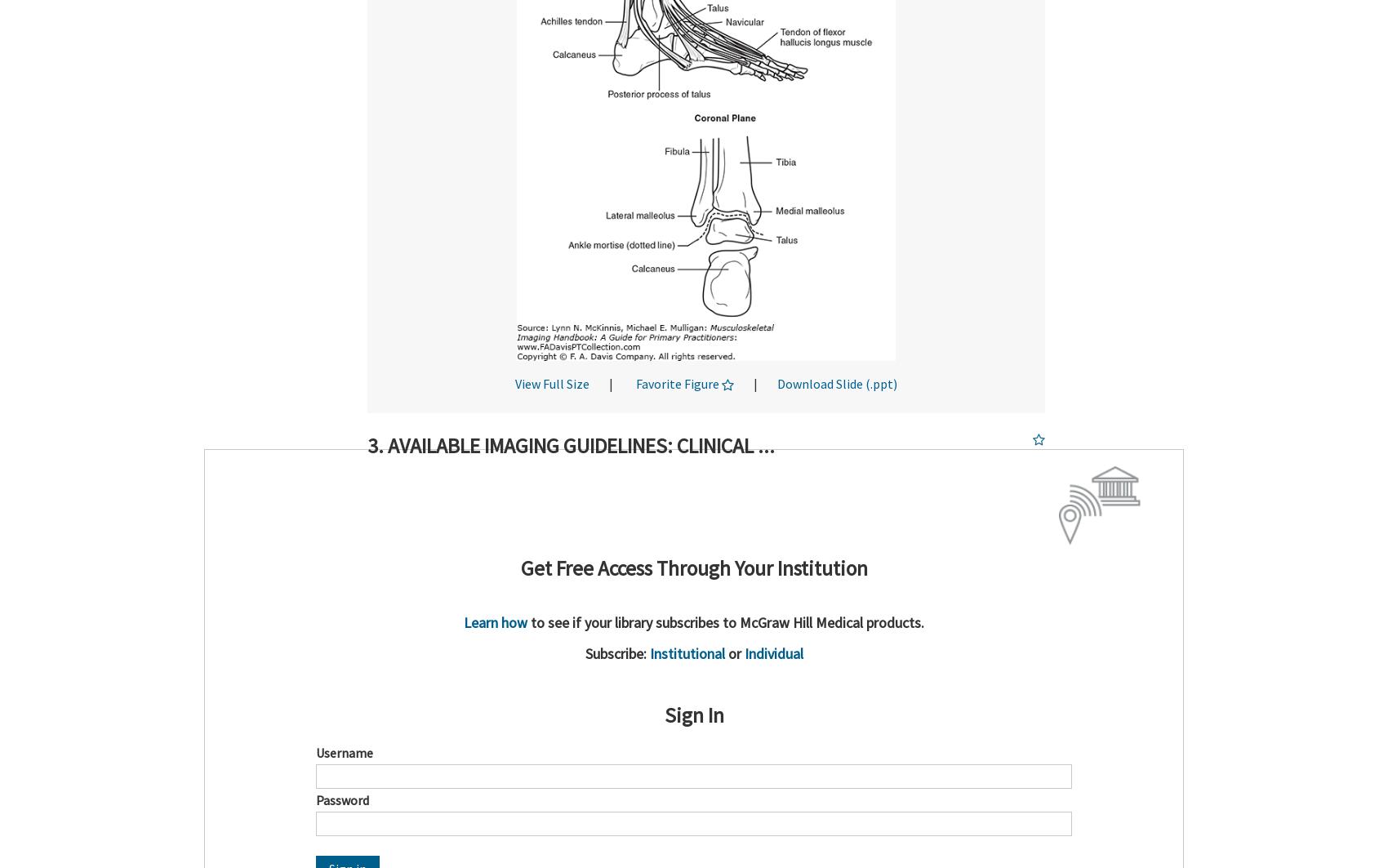 This screenshot has width=1388, height=868. I want to click on 'Learn how', so click(496, 621).